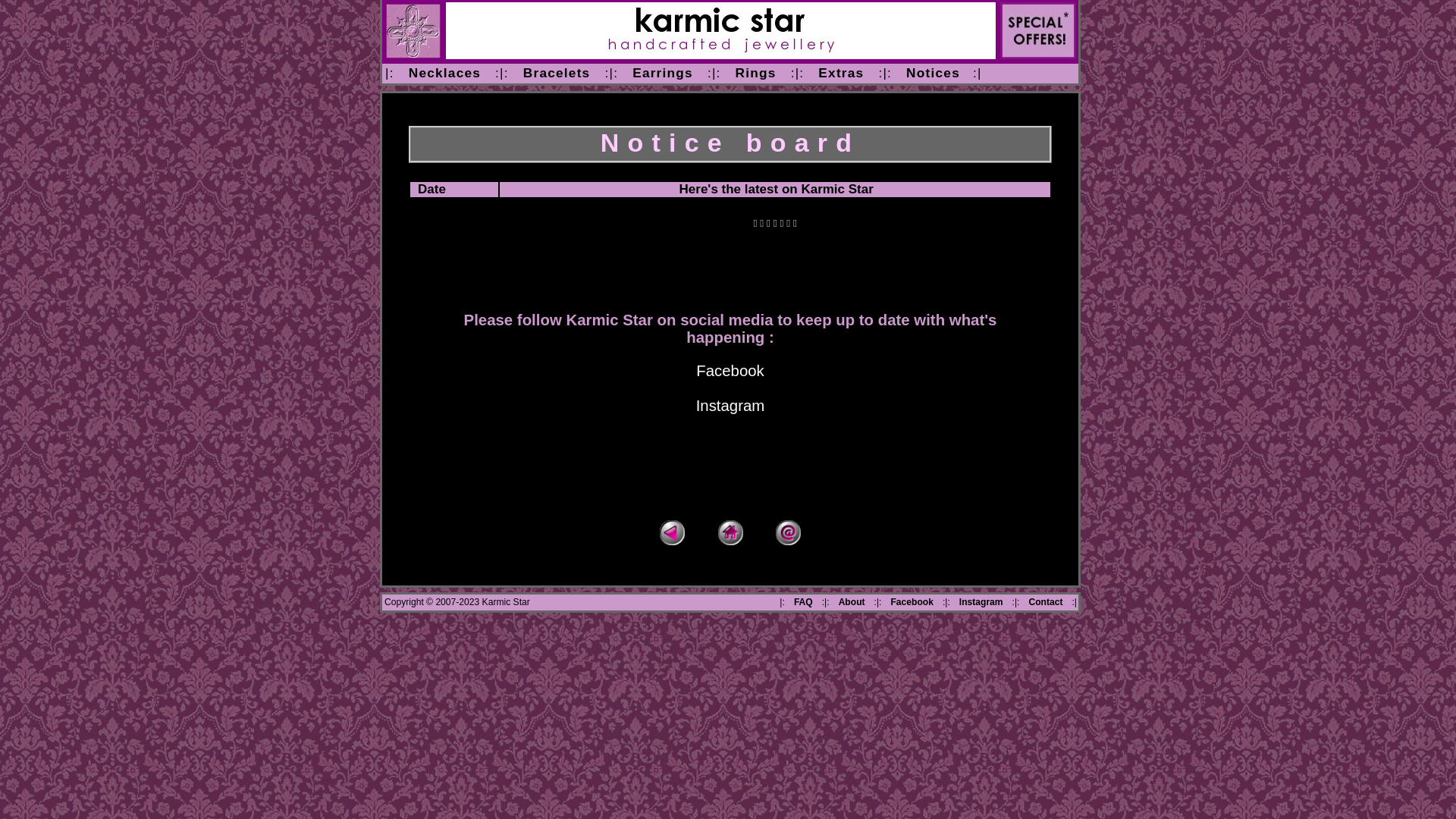 The width and height of the screenshot is (1456, 819). What do you see at coordinates (981, 601) in the screenshot?
I see `'Instagram'` at bounding box center [981, 601].